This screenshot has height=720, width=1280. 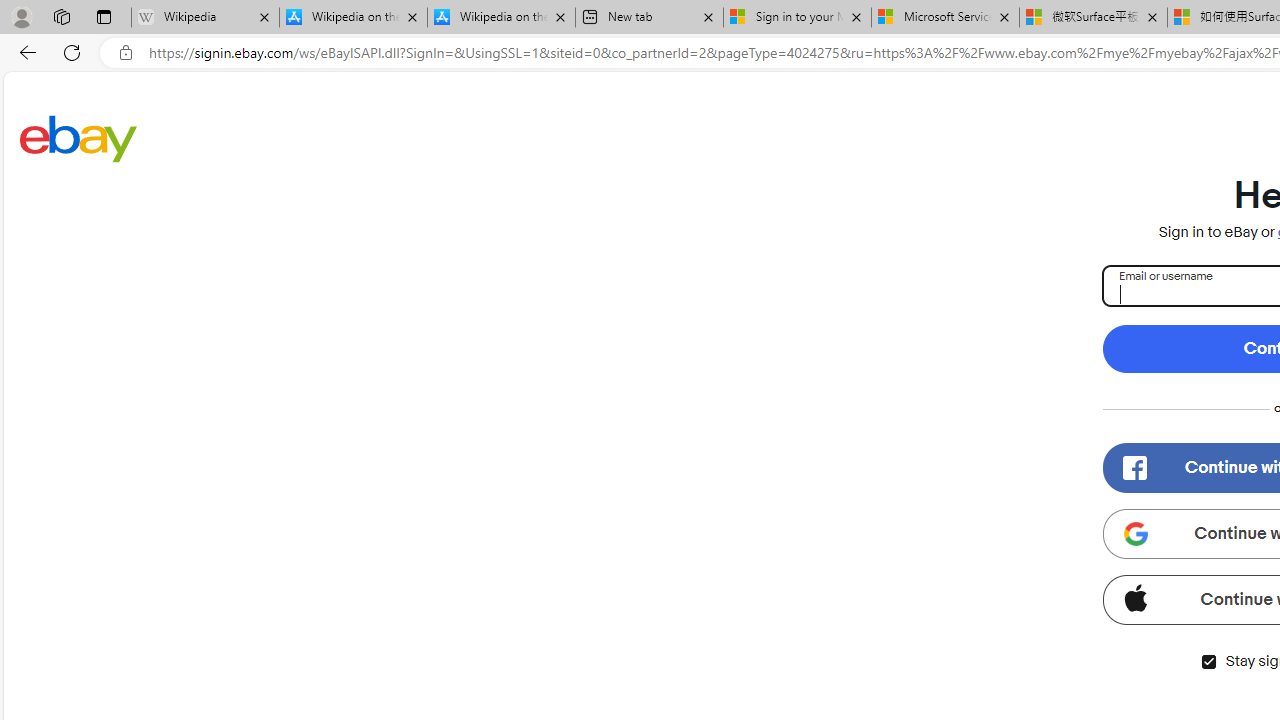 I want to click on 'eBay Home', so click(x=78, y=137).